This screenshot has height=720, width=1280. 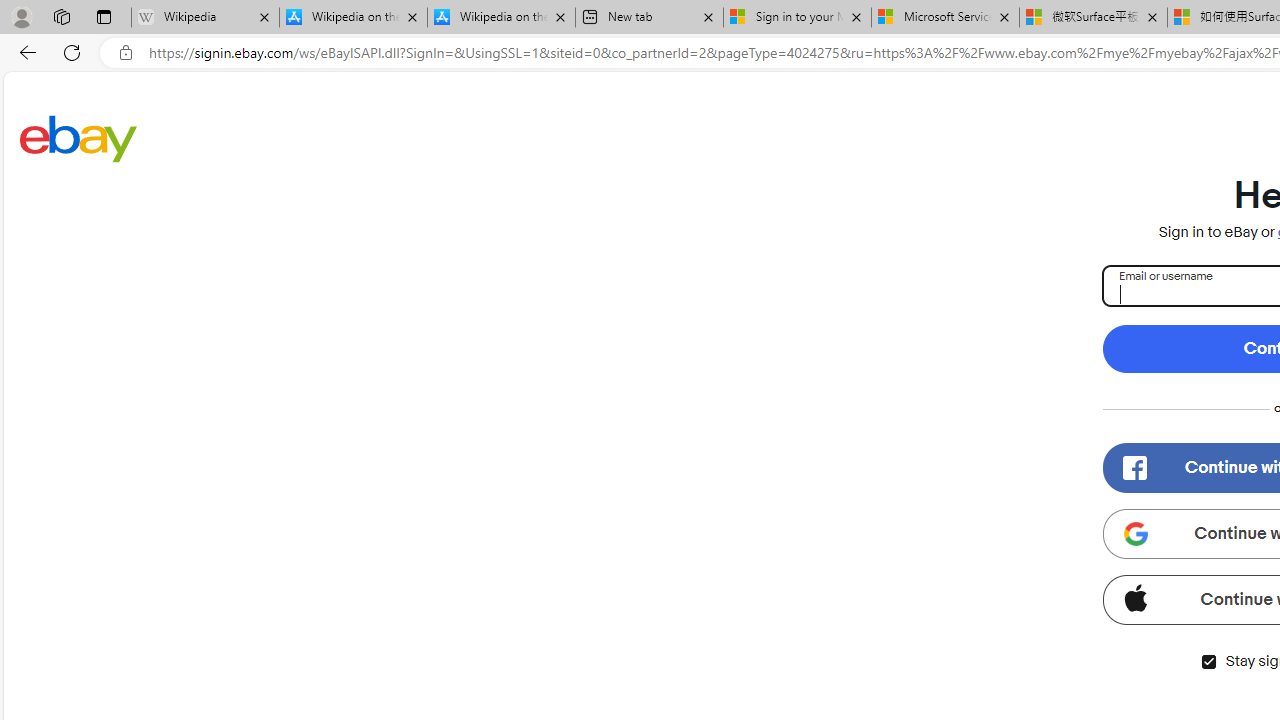 I want to click on 'eBay Home', so click(x=78, y=137).